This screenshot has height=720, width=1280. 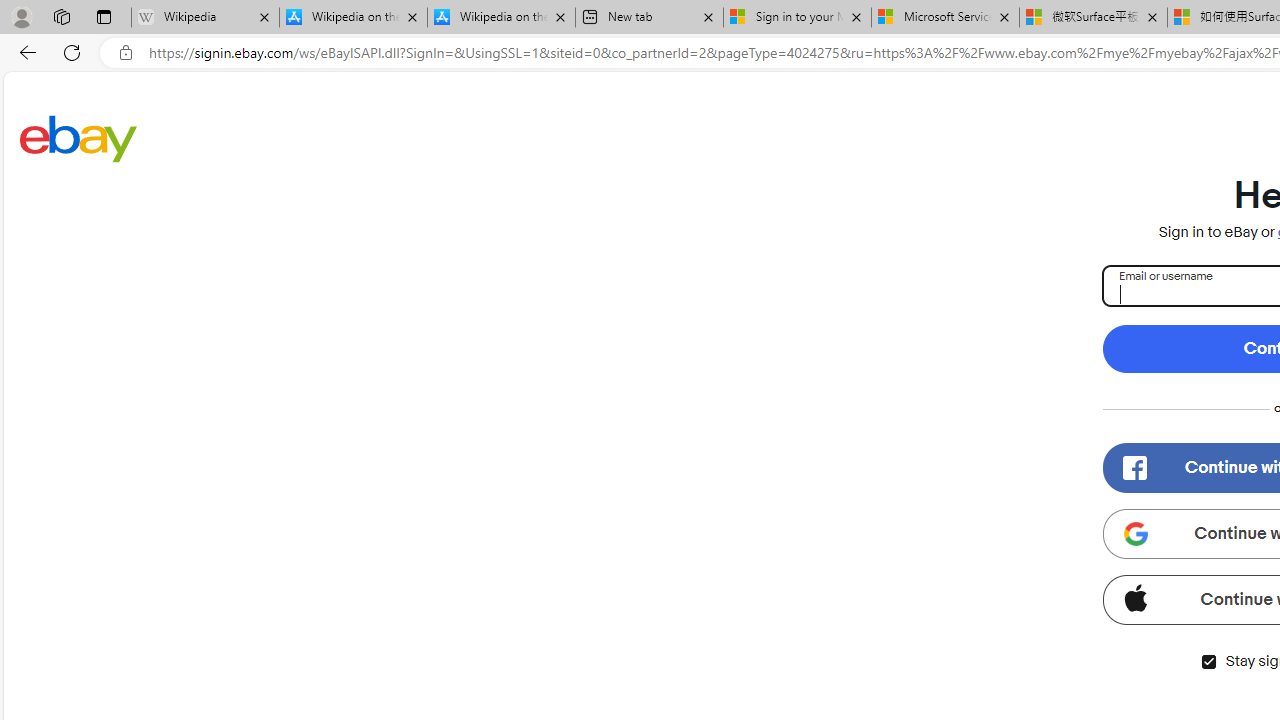 I want to click on 'eBay Home', so click(x=78, y=137).